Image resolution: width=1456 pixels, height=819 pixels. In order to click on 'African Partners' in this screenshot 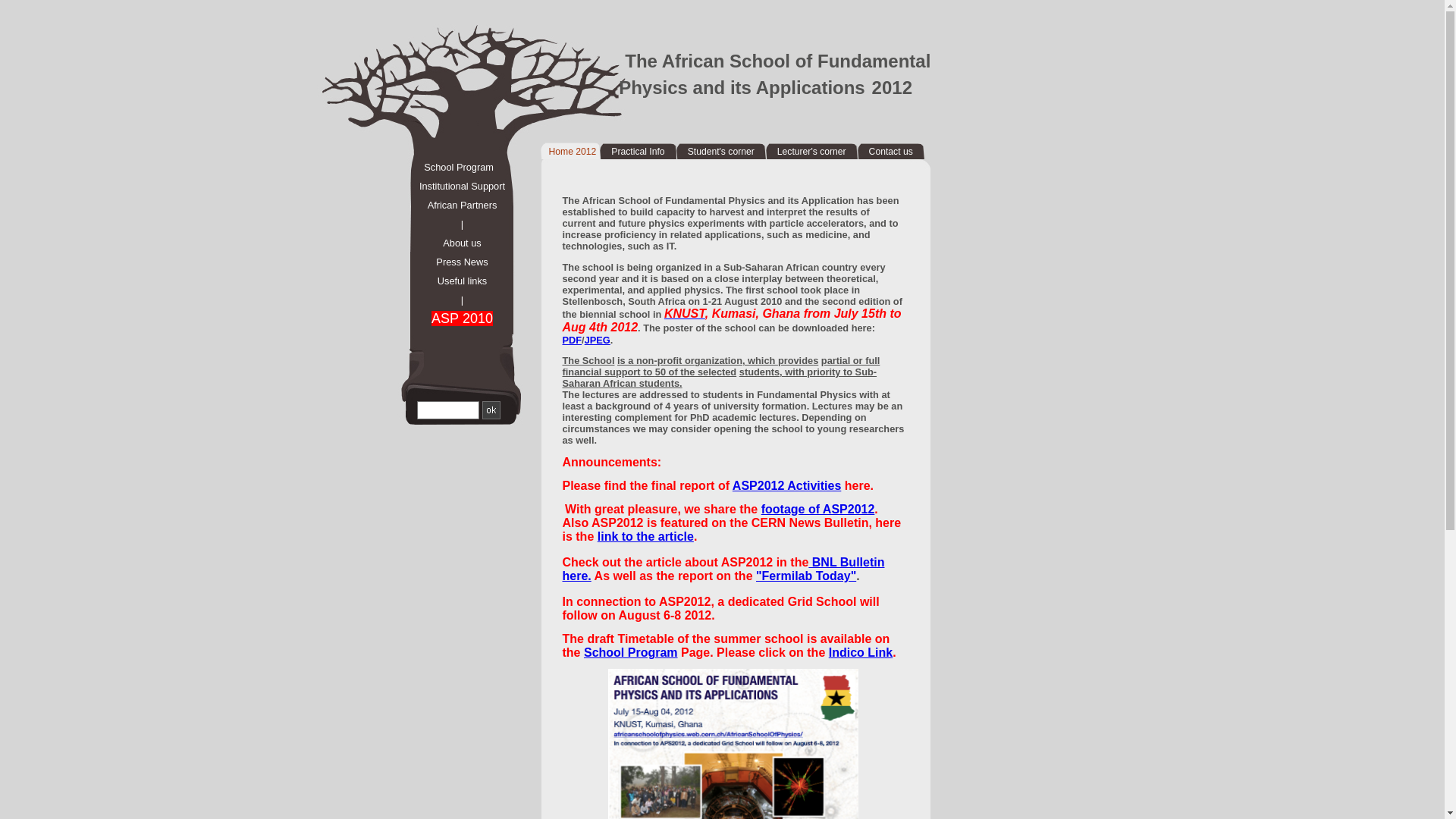, I will do `click(453, 205)`.